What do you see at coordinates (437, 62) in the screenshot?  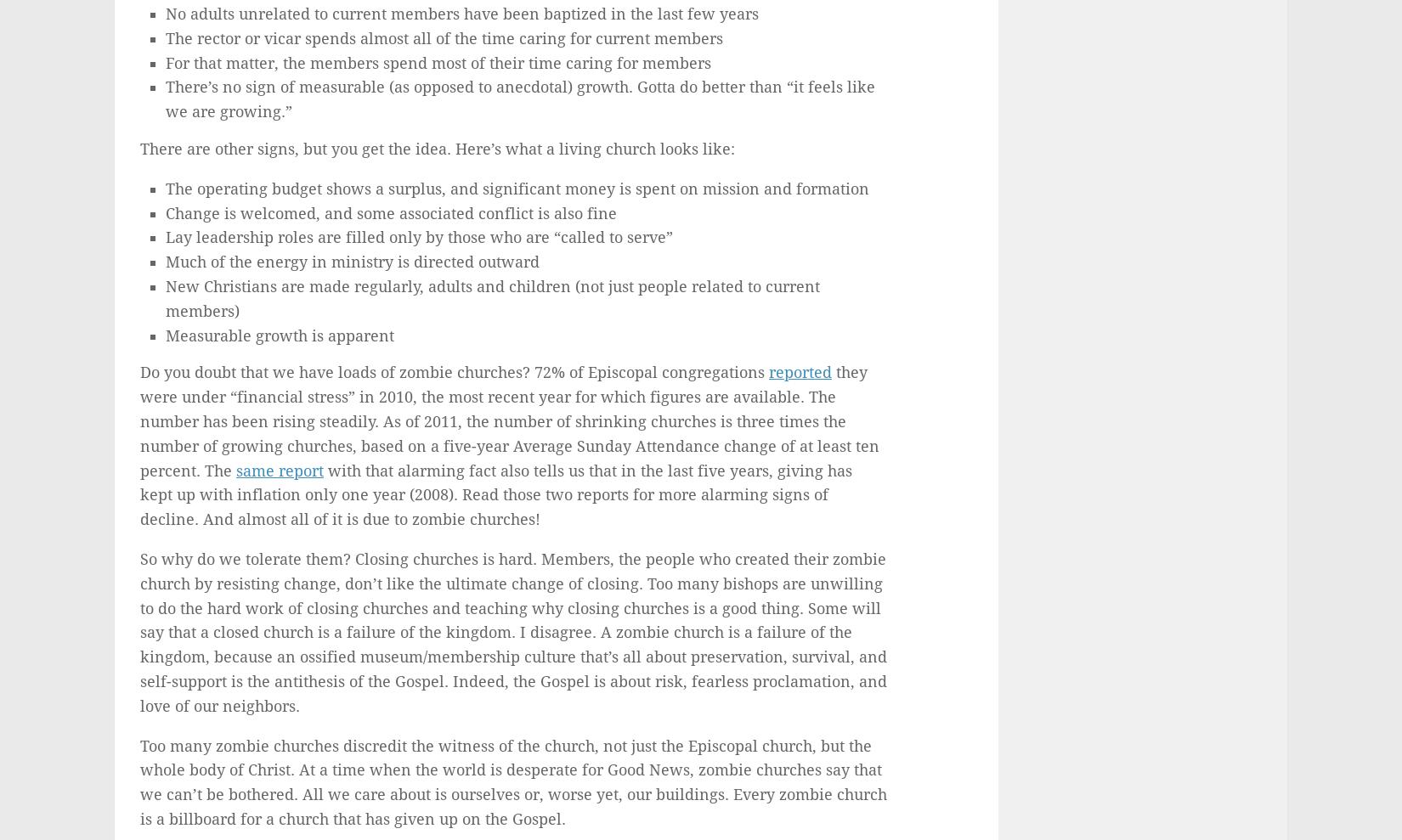 I see `'For that matter, the members spend most of their time caring for members'` at bounding box center [437, 62].